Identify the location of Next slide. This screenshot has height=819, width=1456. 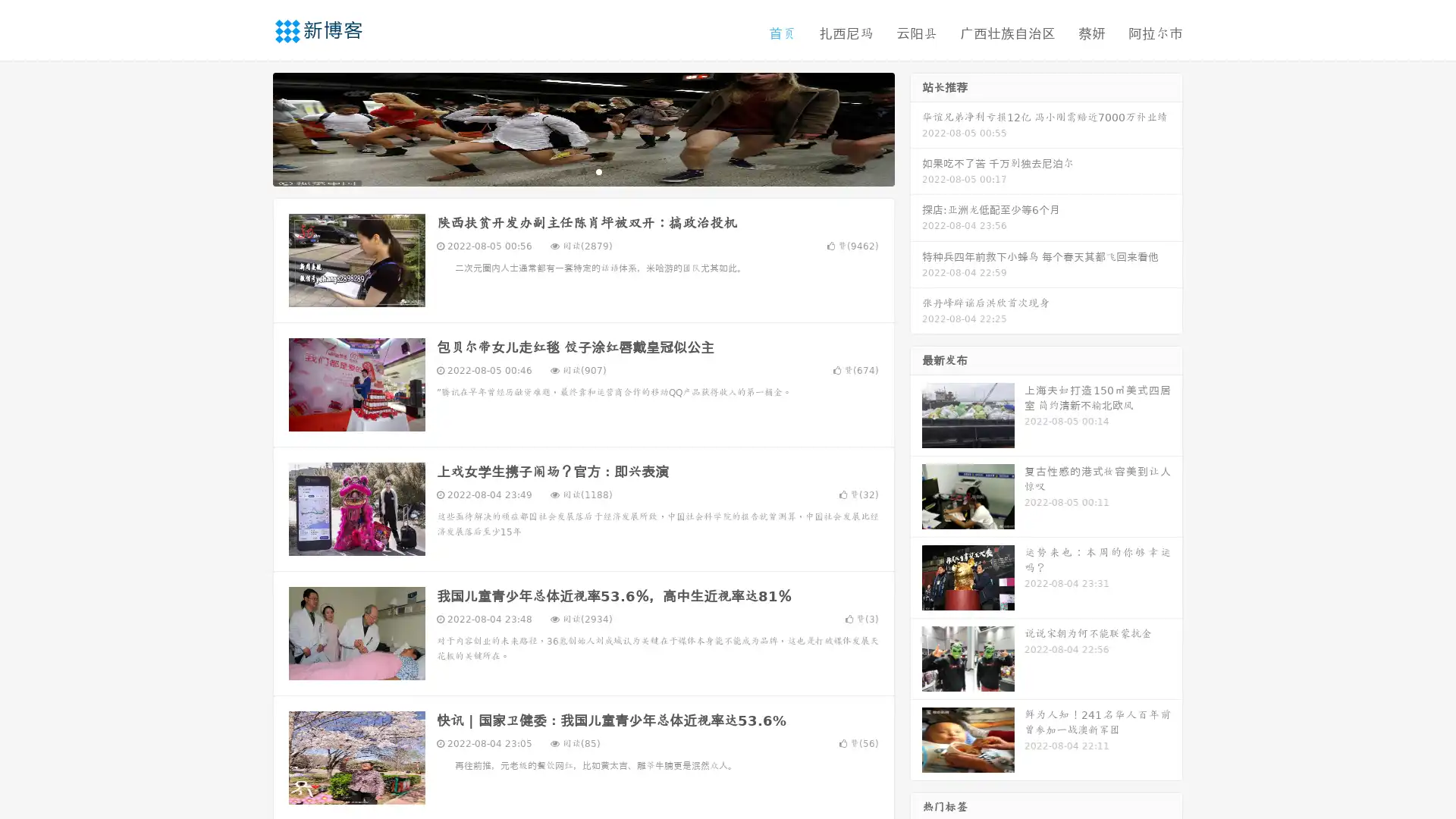
(916, 127).